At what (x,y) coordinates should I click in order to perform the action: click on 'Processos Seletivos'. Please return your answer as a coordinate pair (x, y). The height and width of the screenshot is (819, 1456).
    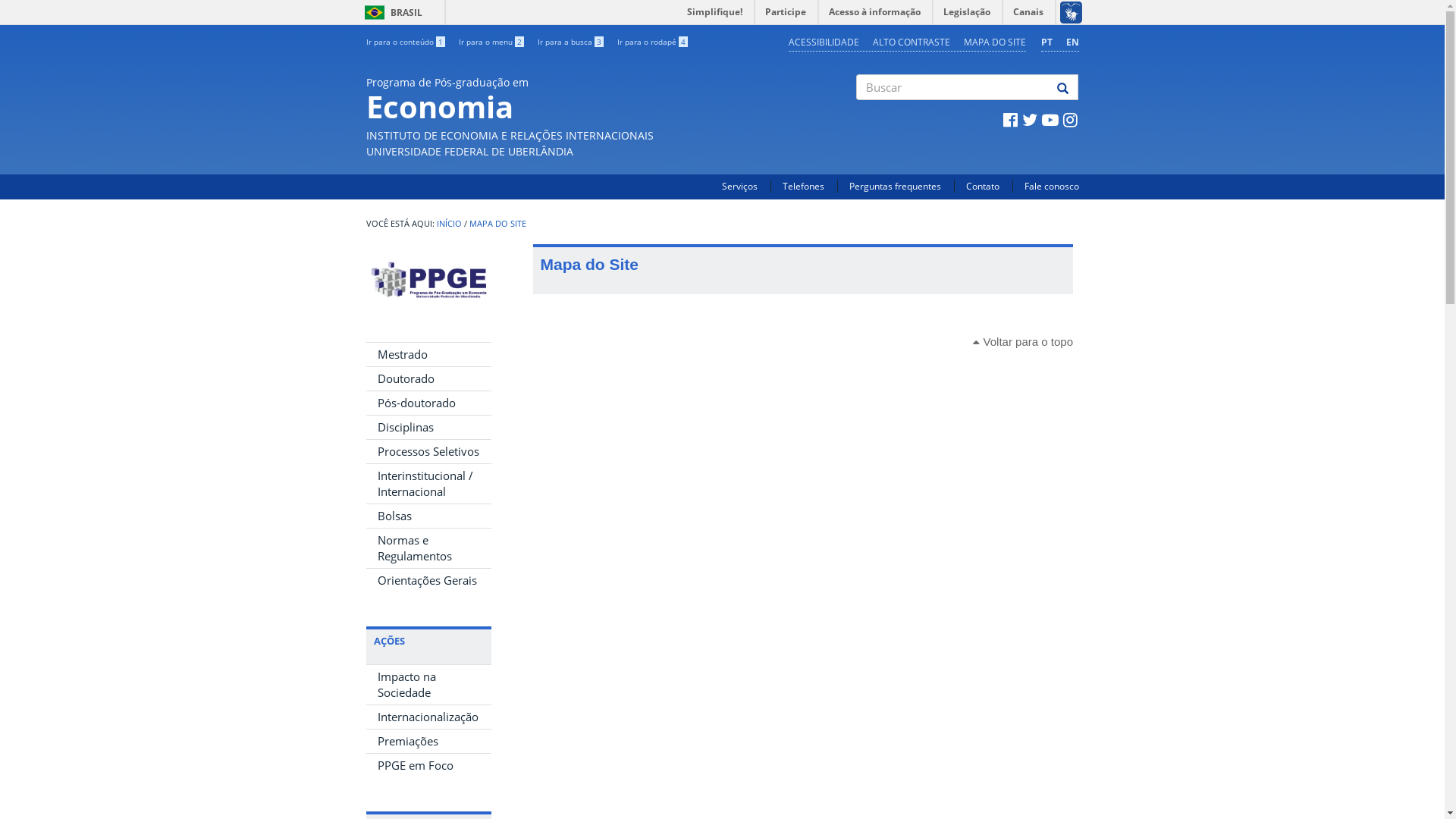
    Looking at the image, I should click on (427, 450).